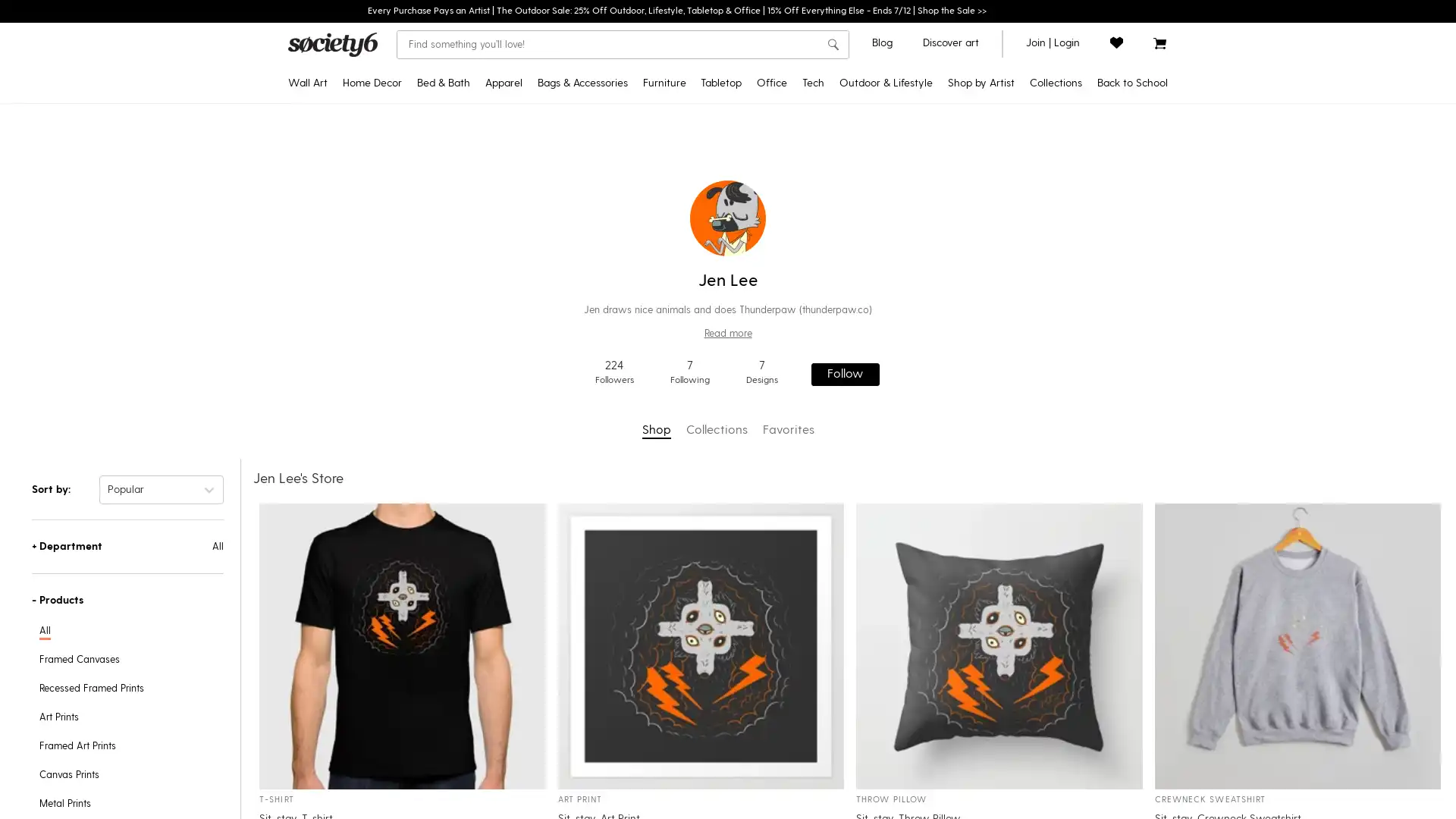  What do you see at coordinates (999, 244) in the screenshot?
I see `Pantone Color of 2022` at bounding box center [999, 244].